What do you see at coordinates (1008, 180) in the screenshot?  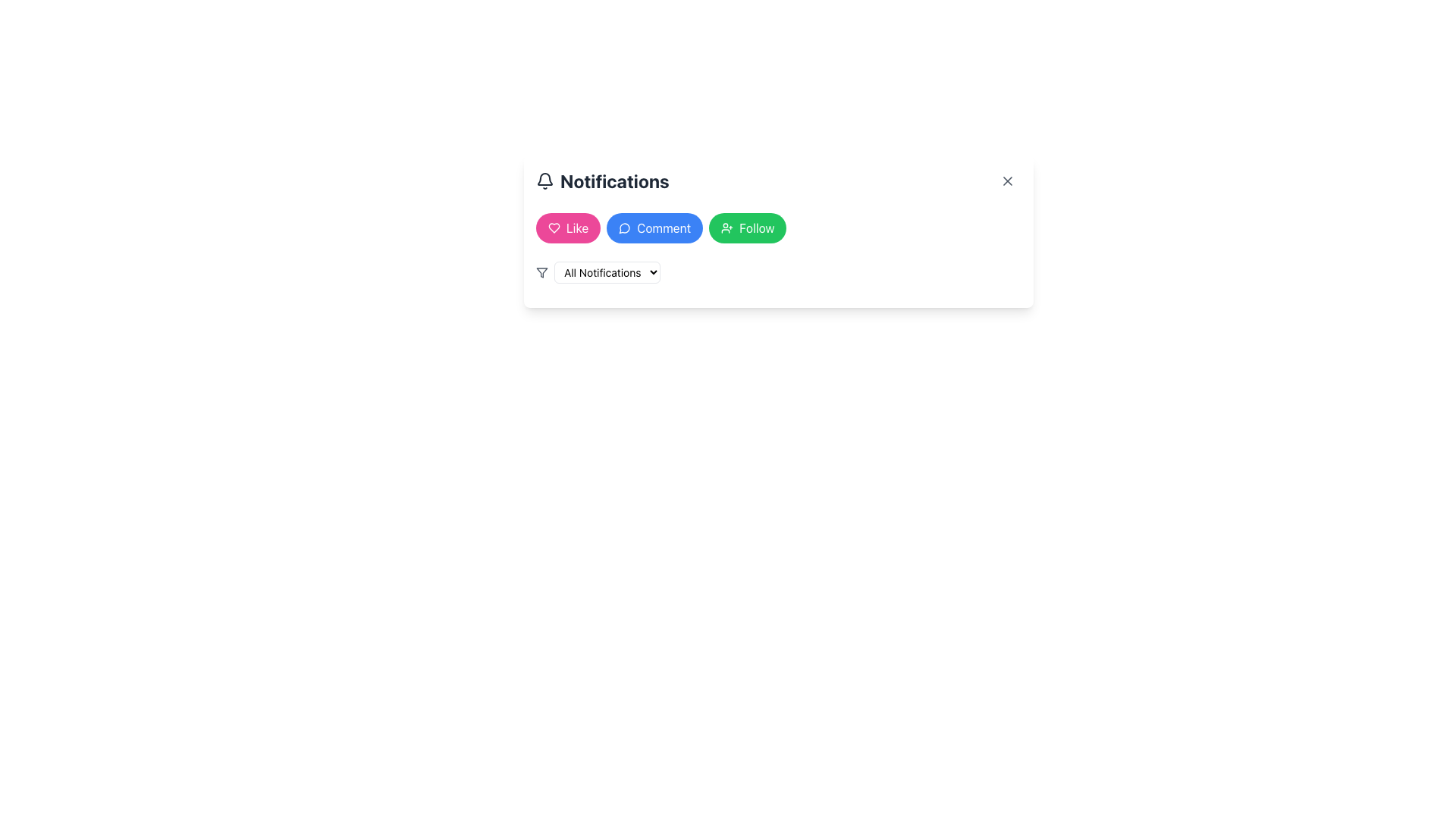 I see `the small 'X' icon button located at the top-right corner of the notification card` at bounding box center [1008, 180].